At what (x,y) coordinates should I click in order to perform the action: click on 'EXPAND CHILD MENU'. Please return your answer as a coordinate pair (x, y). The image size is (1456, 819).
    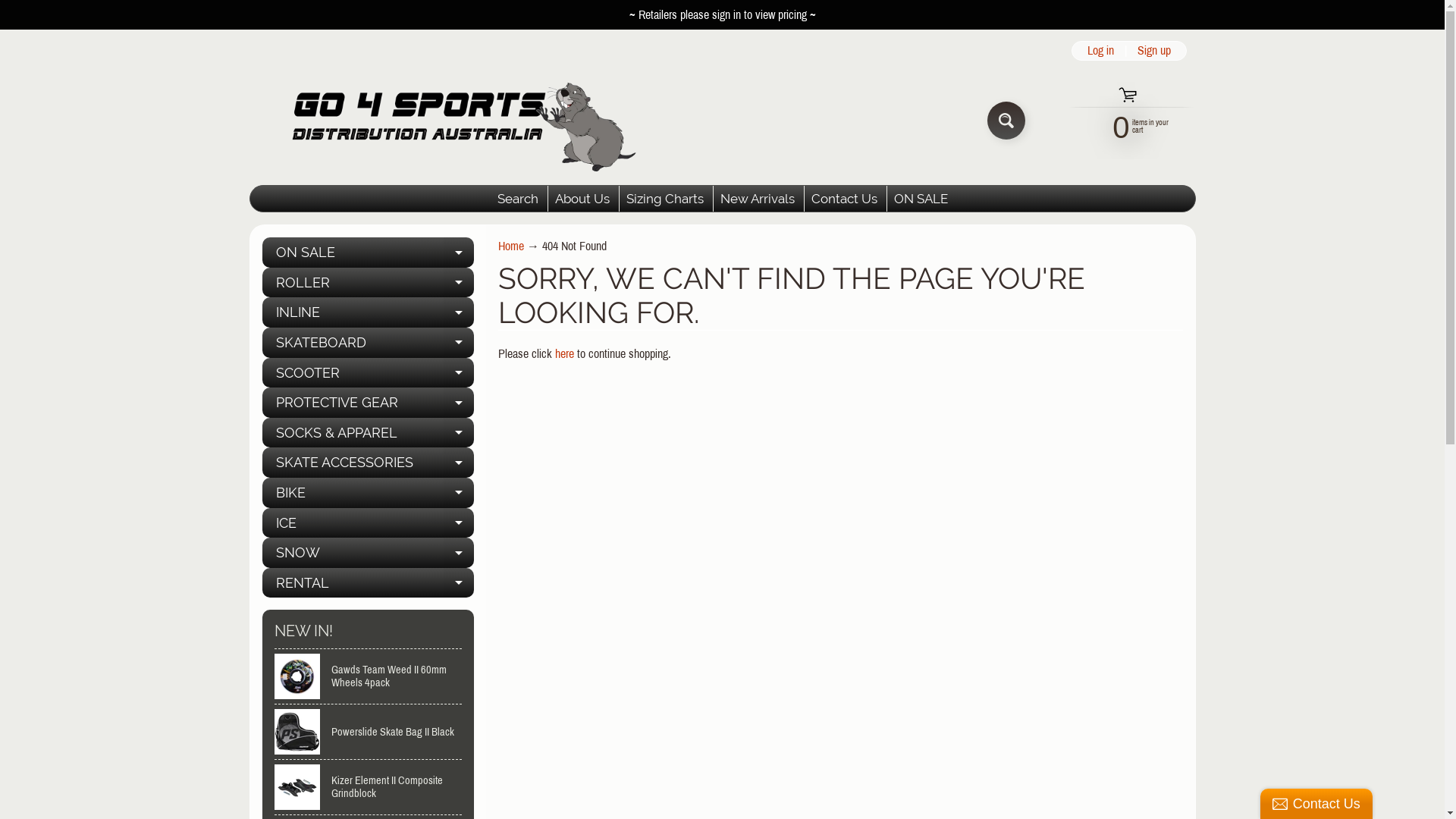
    Looking at the image, I should click on (457, 373).